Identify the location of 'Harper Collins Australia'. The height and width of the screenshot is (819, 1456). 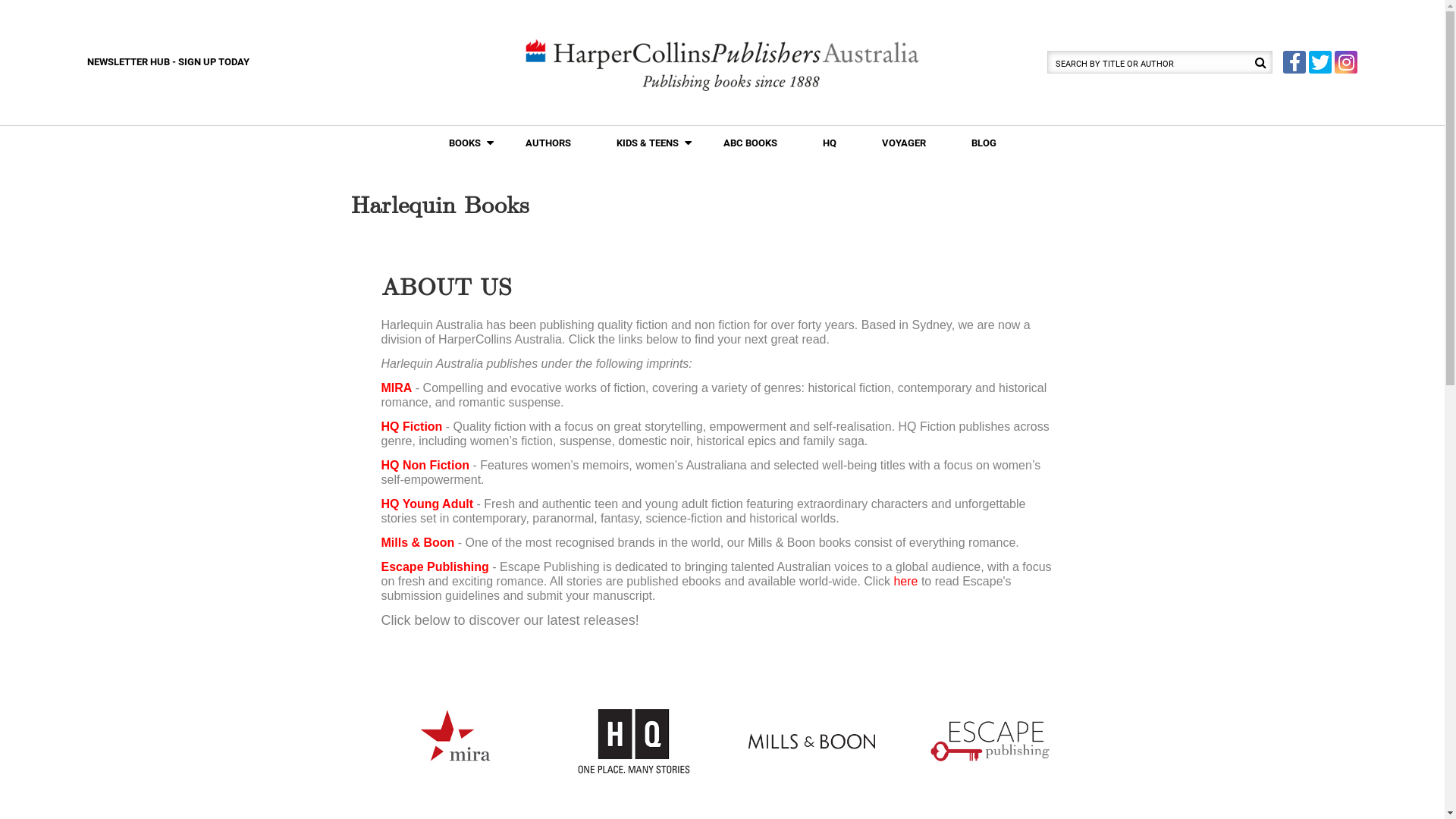
(721, 63).